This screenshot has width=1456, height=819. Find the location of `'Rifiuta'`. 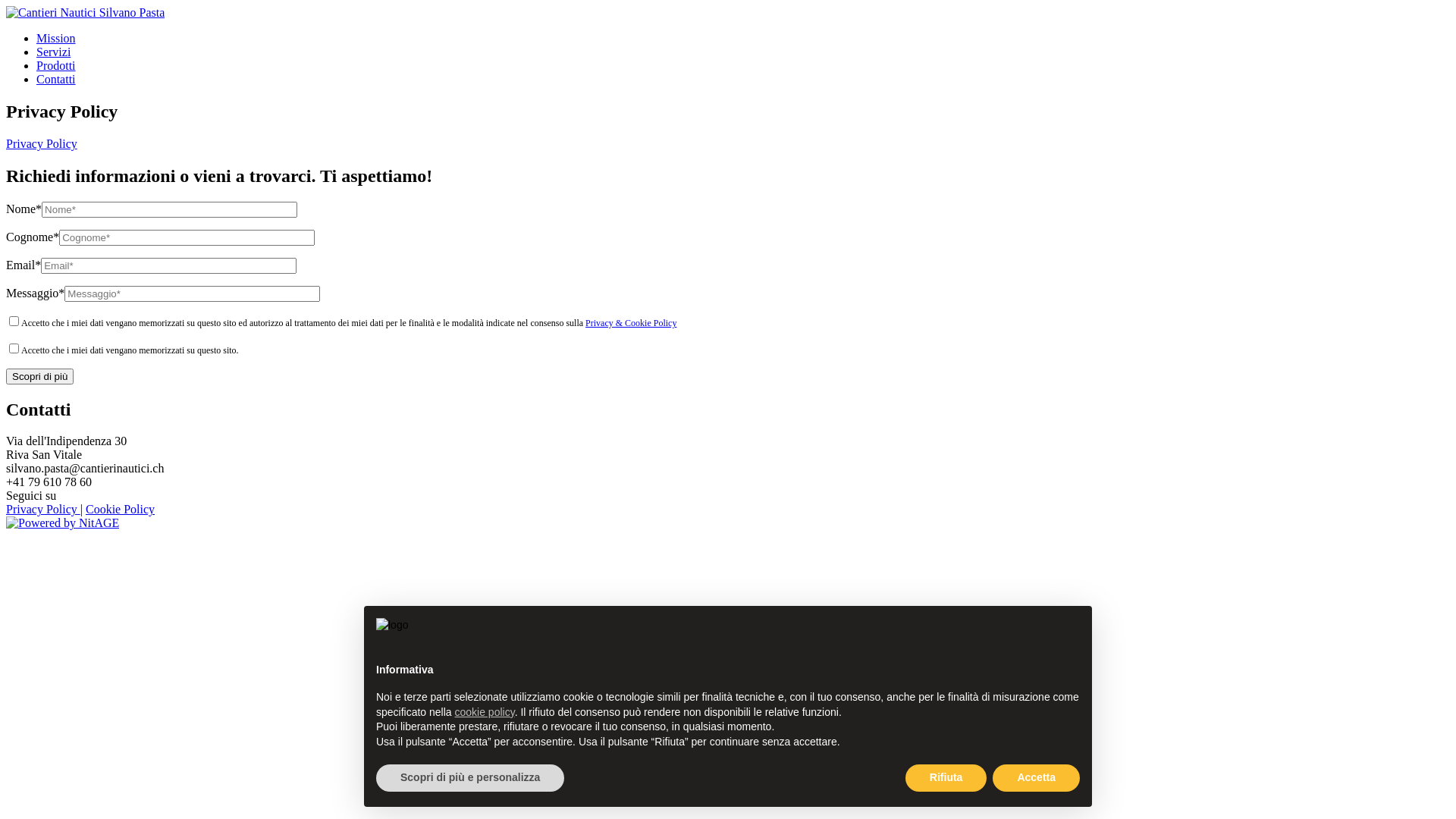

'Rifiuta' is located at coordinates (946, 778).